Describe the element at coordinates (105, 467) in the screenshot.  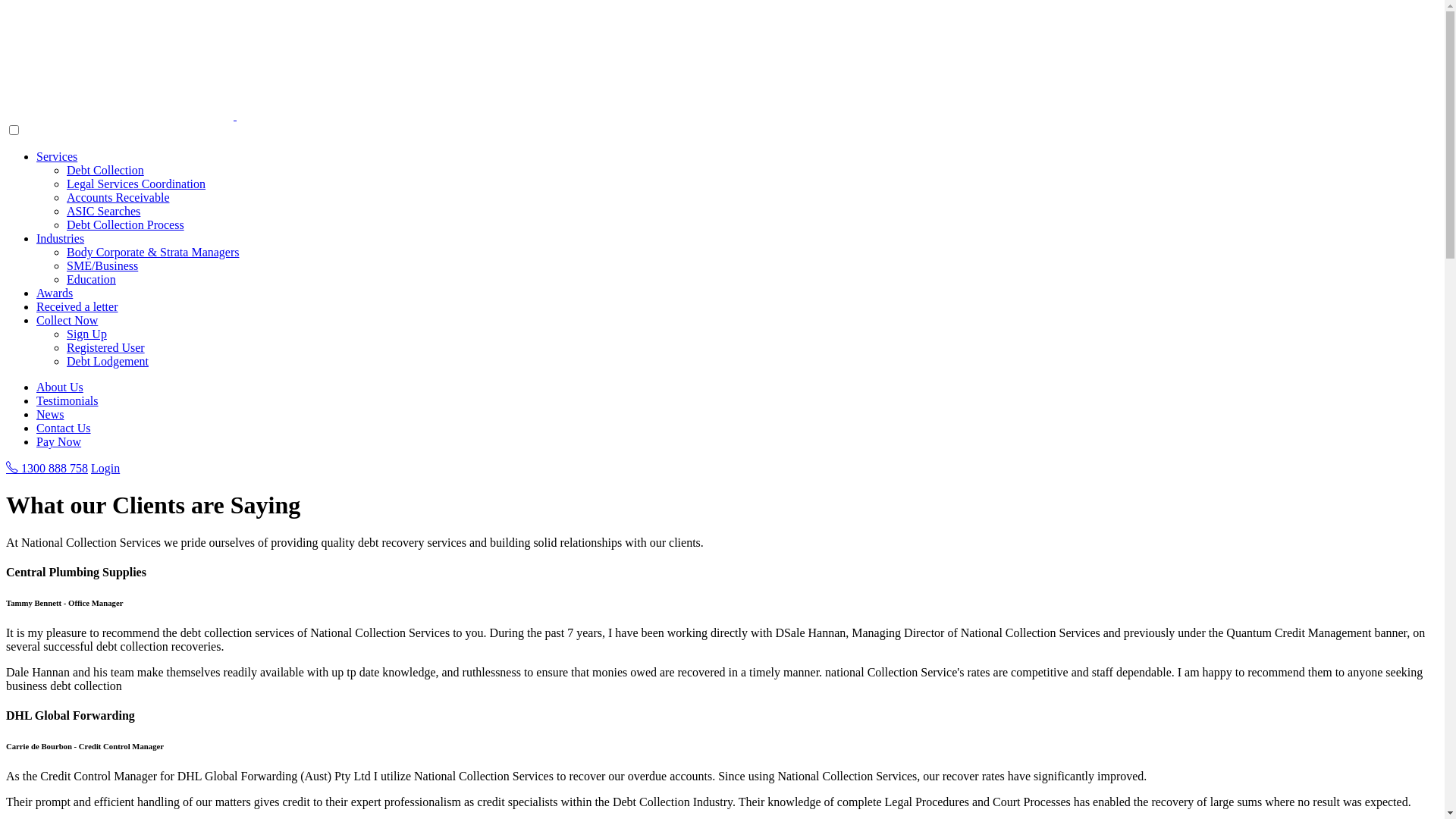
I see `'Login'` at that location.